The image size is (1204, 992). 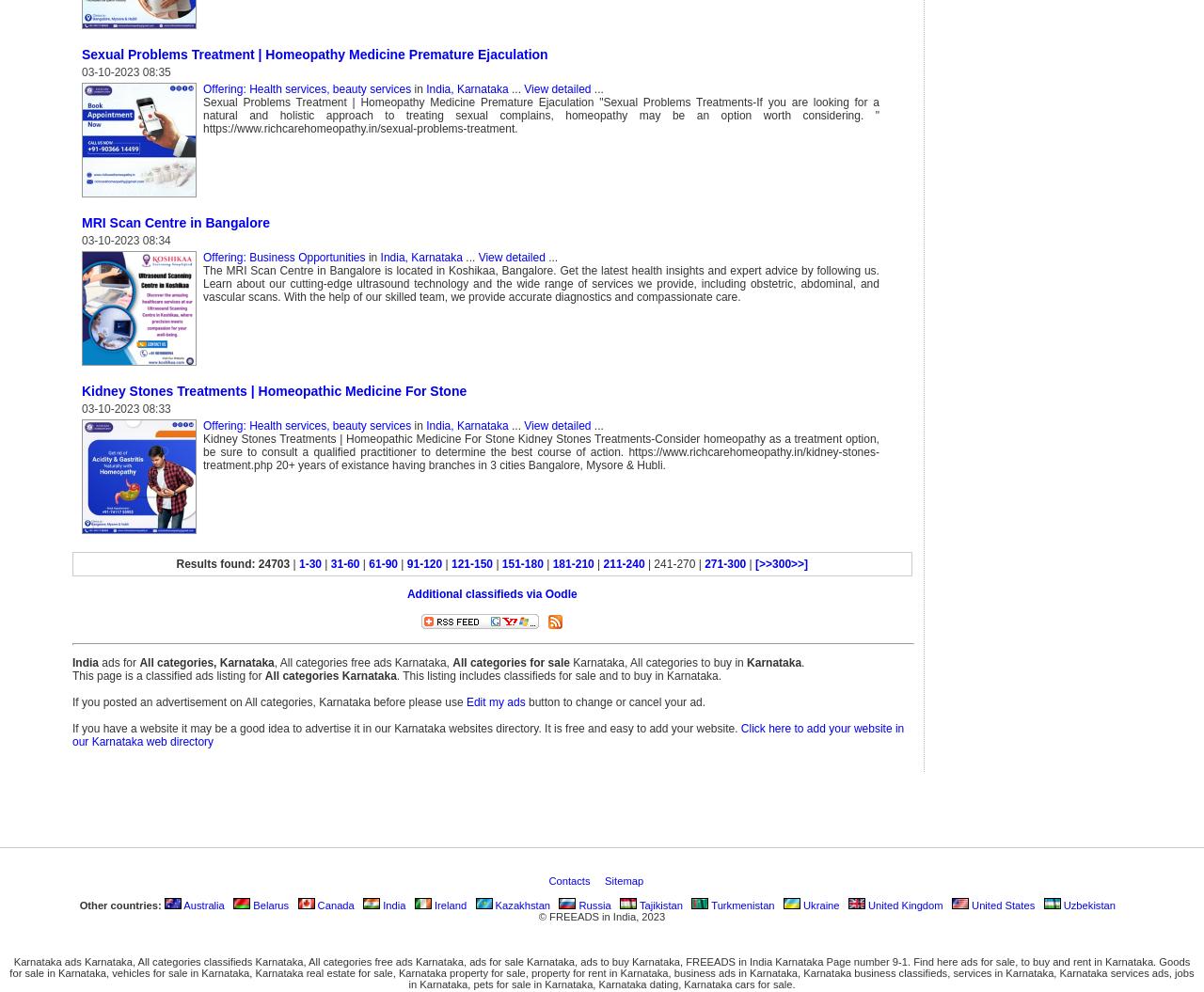 I want to click on '271-300', so click(x=723, y=563).